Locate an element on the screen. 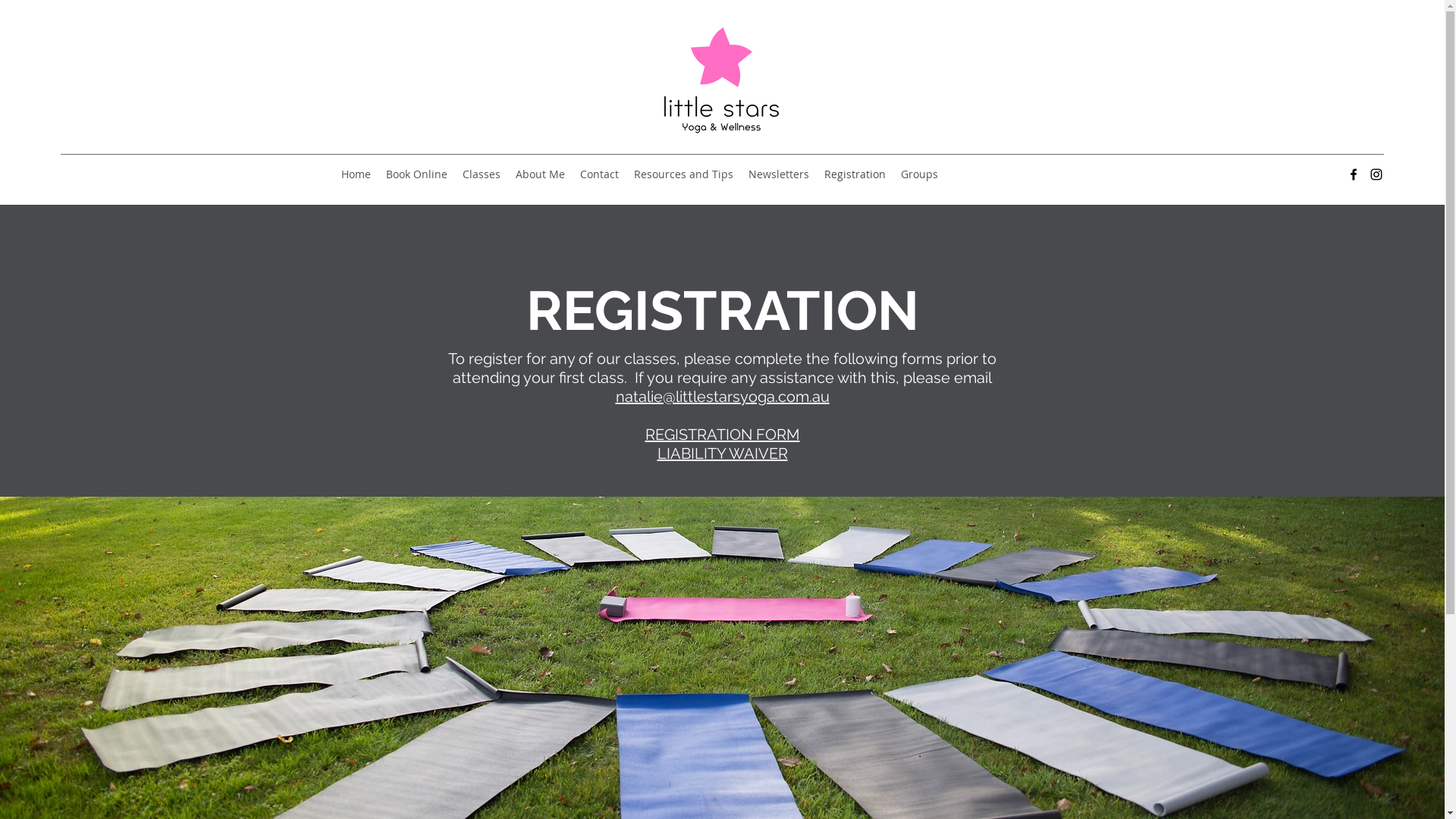 Image resolution: width=1456 pixels, height=819 pixels. 'REGISTRATION FORM' is located at coordinates (644, 435).